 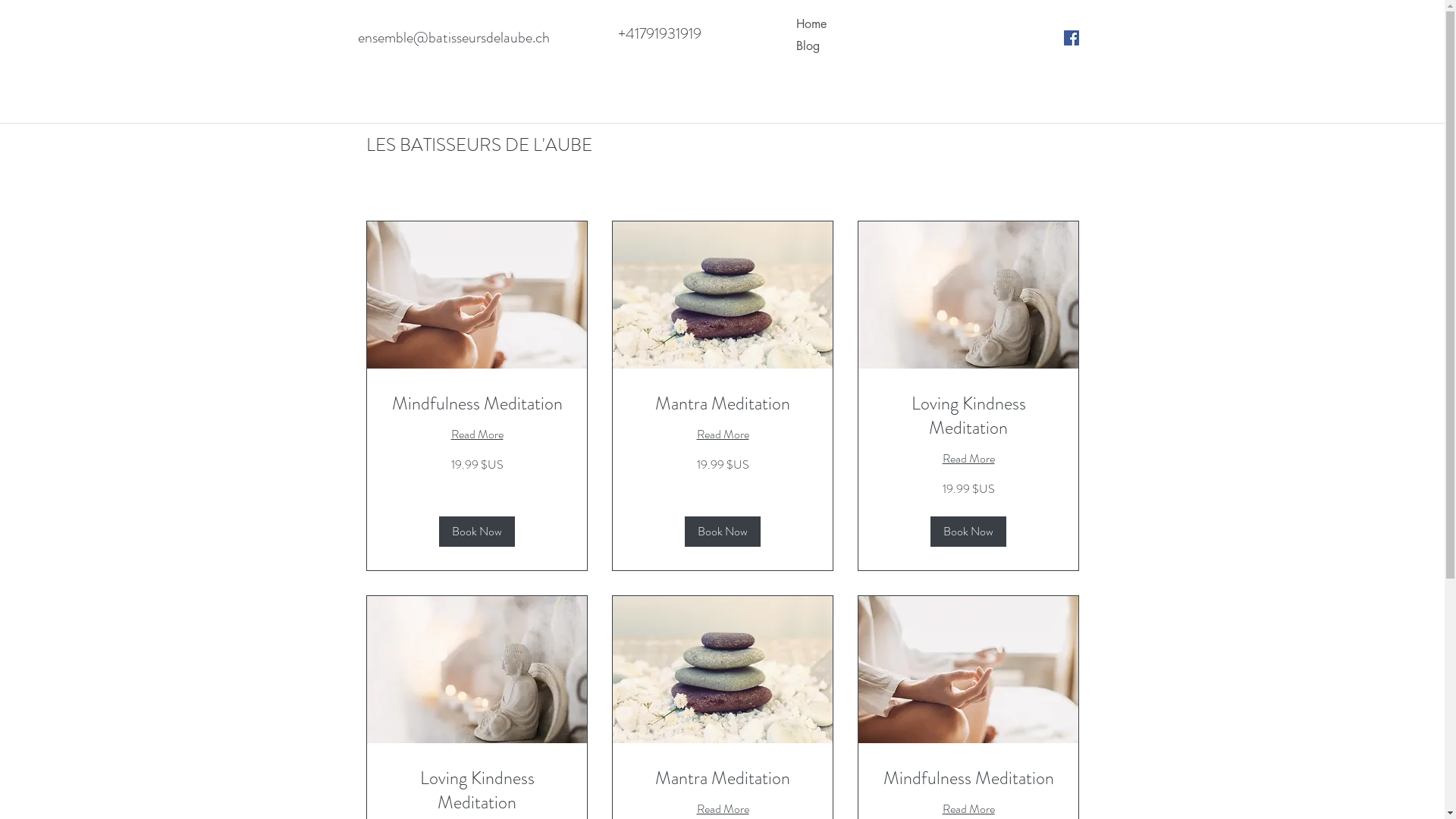 What do you see at coordinates (721, 435) in the screenshot?
I see `'Read More'` at bounding box center [721, 435].